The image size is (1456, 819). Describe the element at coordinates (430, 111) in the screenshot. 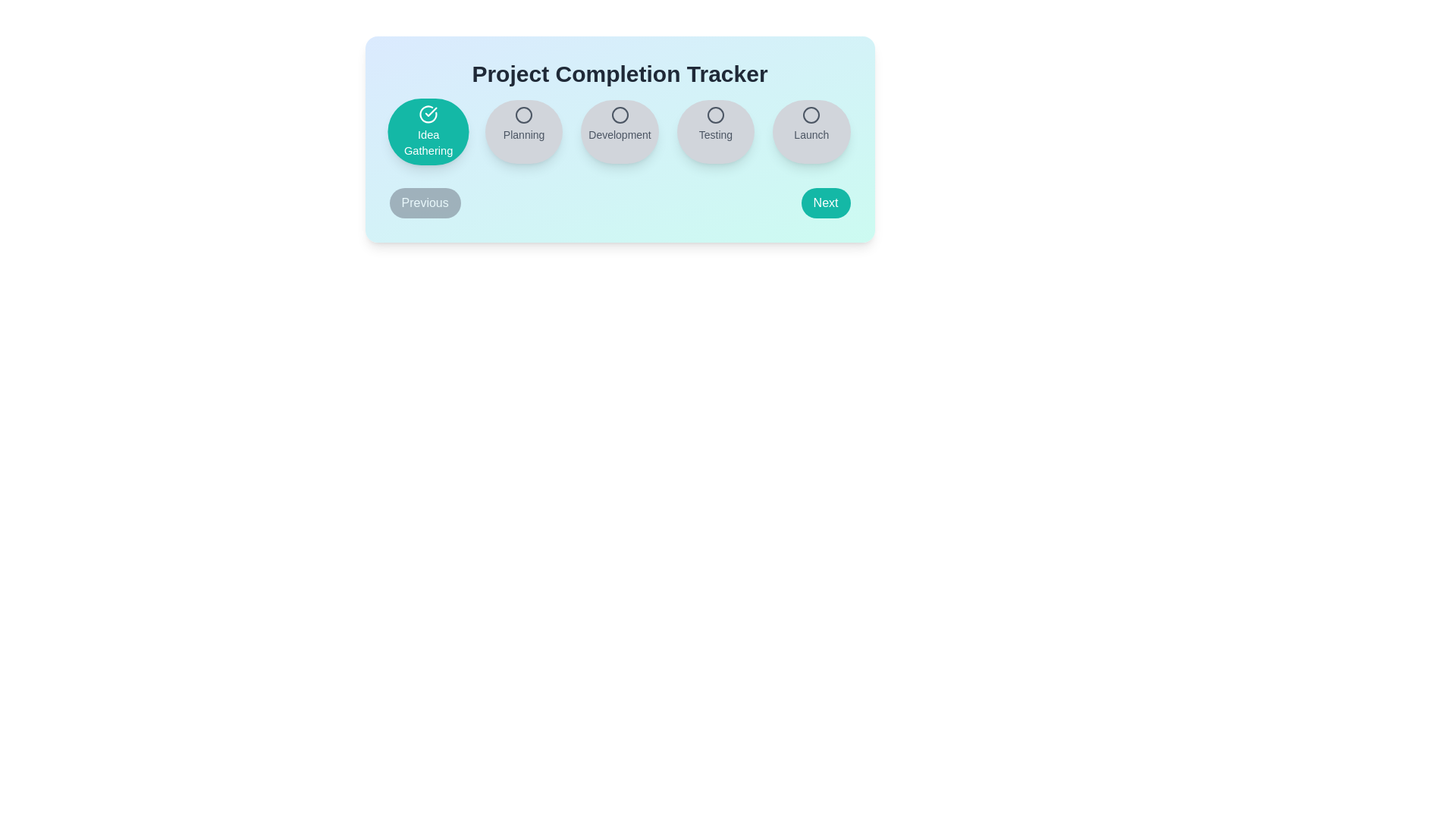

I see `the checkmark-shaped icon within the circular visual representing the 'Idea Gathering' stage, which is located on a green background` at that location.